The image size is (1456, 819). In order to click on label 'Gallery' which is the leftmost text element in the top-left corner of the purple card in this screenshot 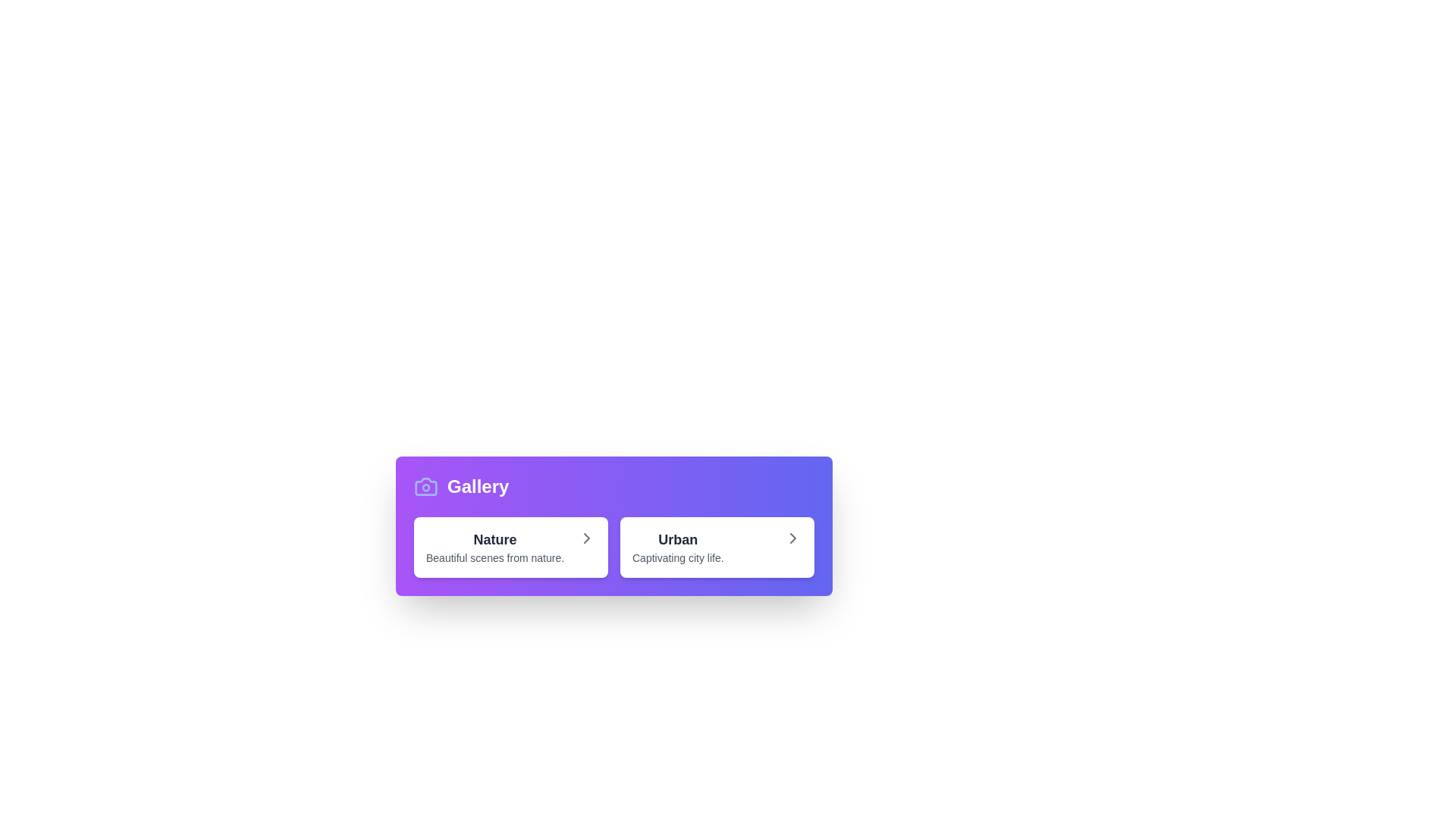, I will do `click(460, 486)`.